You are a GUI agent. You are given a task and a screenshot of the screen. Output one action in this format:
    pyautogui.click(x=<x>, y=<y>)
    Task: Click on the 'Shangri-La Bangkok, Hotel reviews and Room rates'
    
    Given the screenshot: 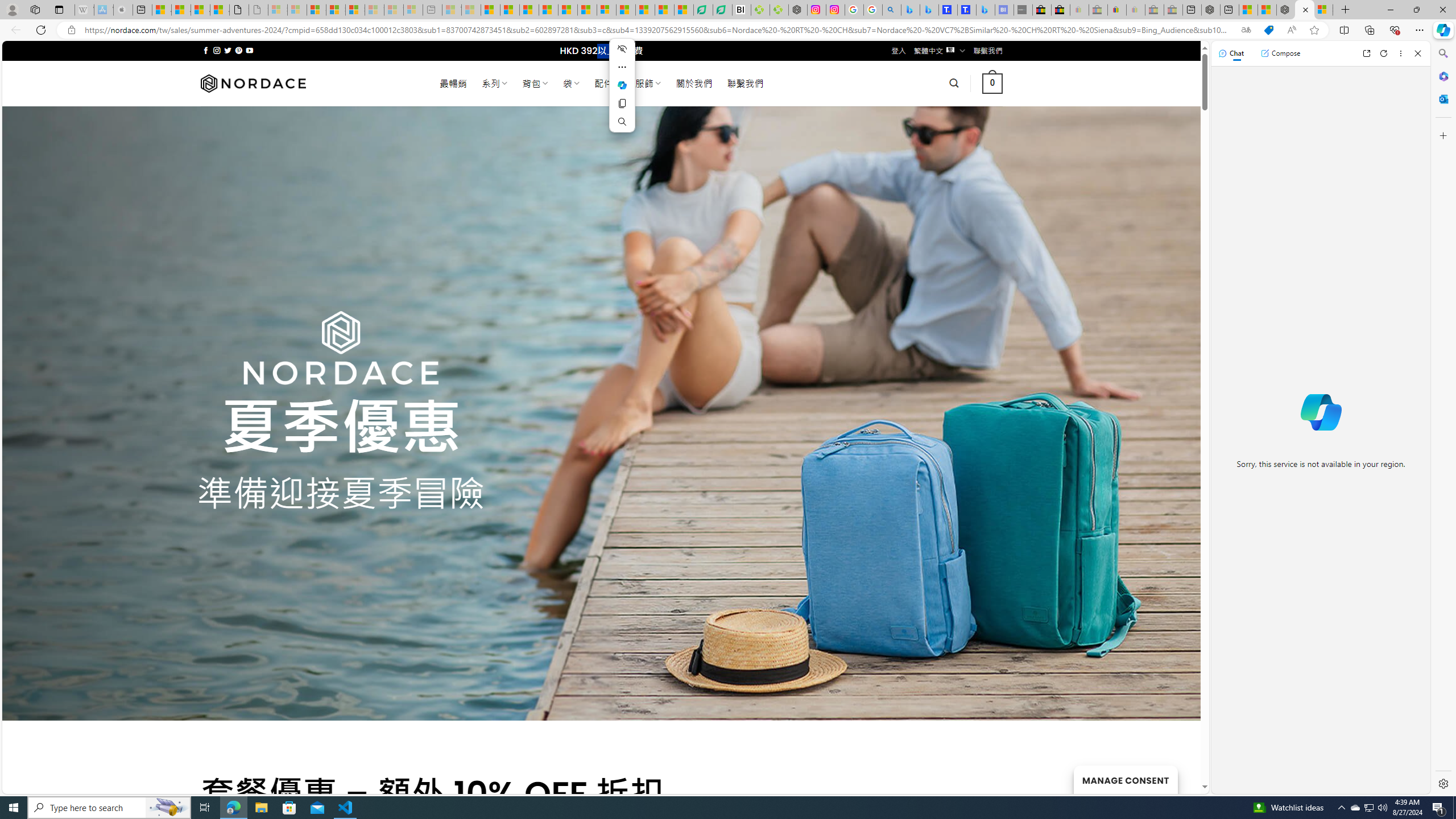 What is the action you would take?
    pyautogui.click(x=966, y=9)
    